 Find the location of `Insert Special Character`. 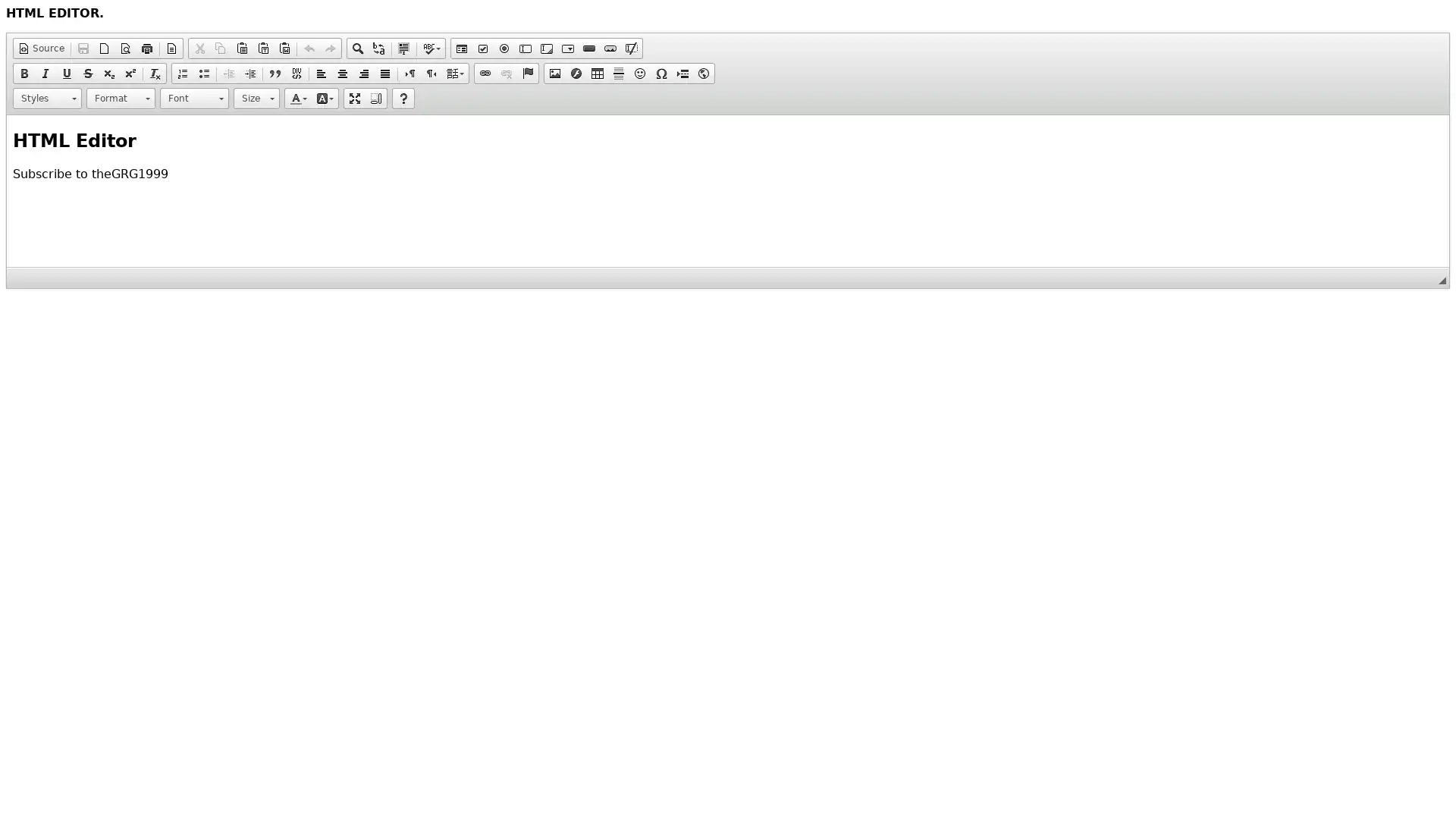

Insert Special Character is located at coordinates (661, 73).